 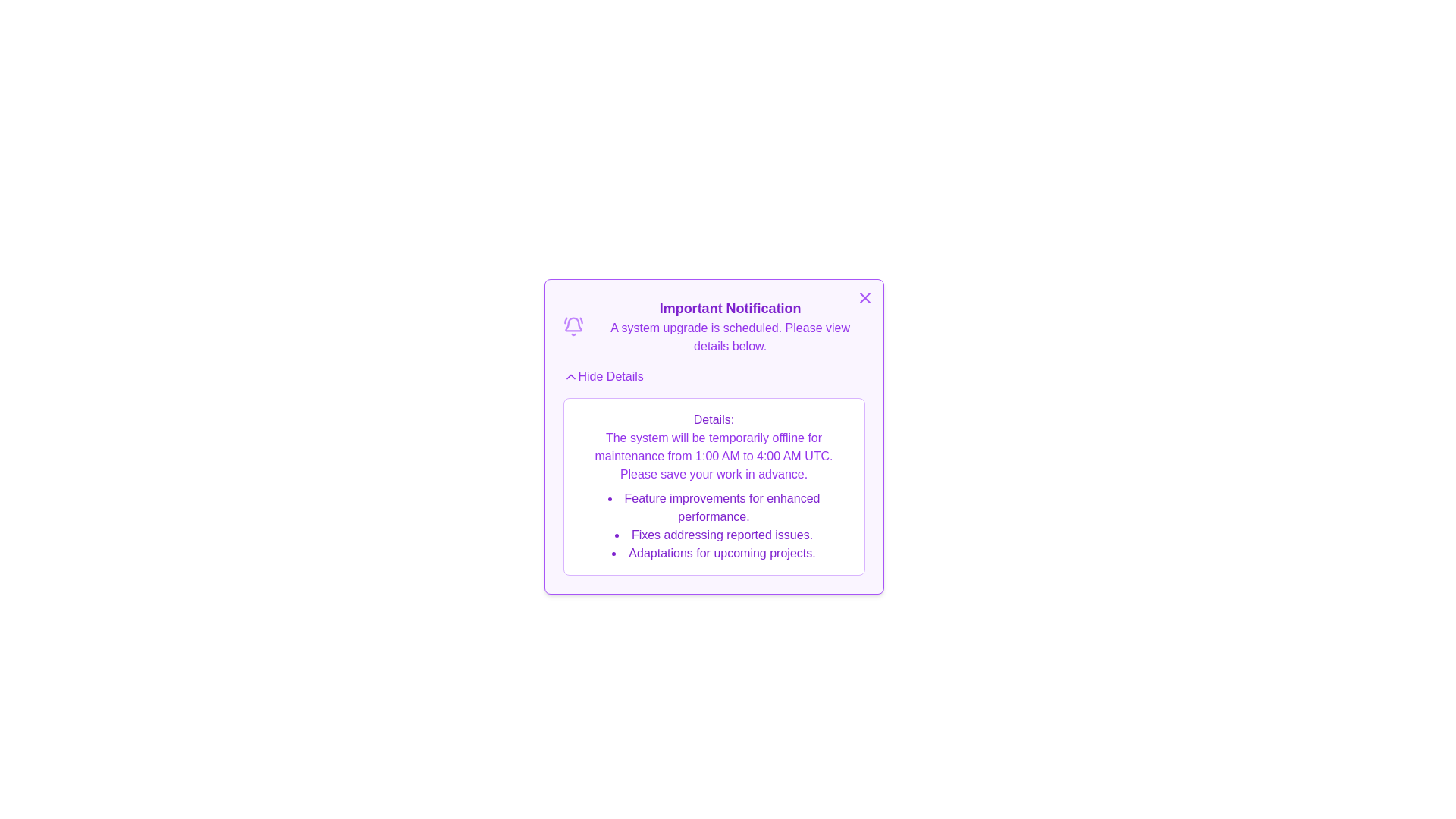 I want to click on the text within the alert by selecting it, so click(x=574, y=429).